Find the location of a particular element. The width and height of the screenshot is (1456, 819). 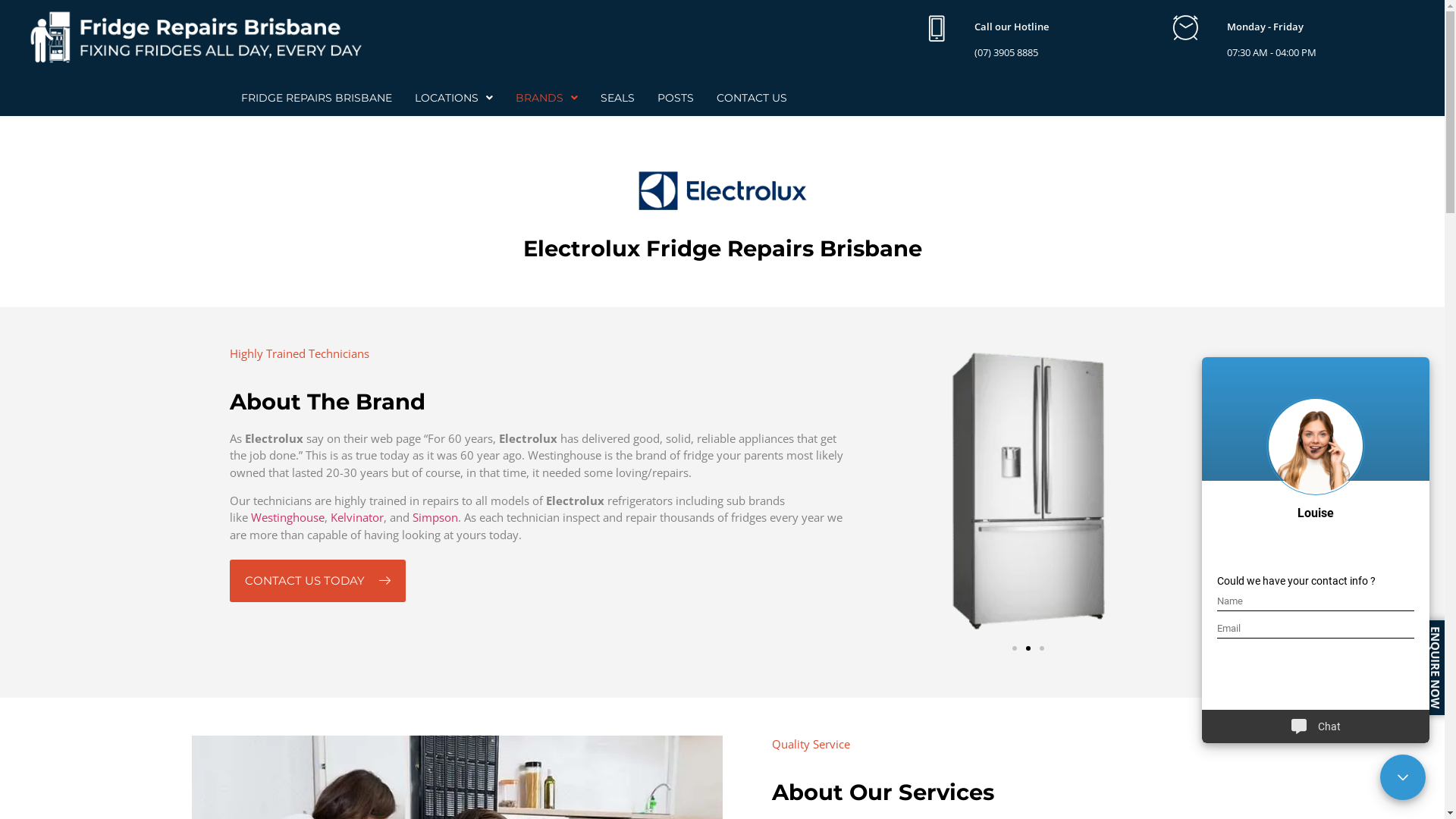

'LOCATIONS' is located at coordinates (453, 97).